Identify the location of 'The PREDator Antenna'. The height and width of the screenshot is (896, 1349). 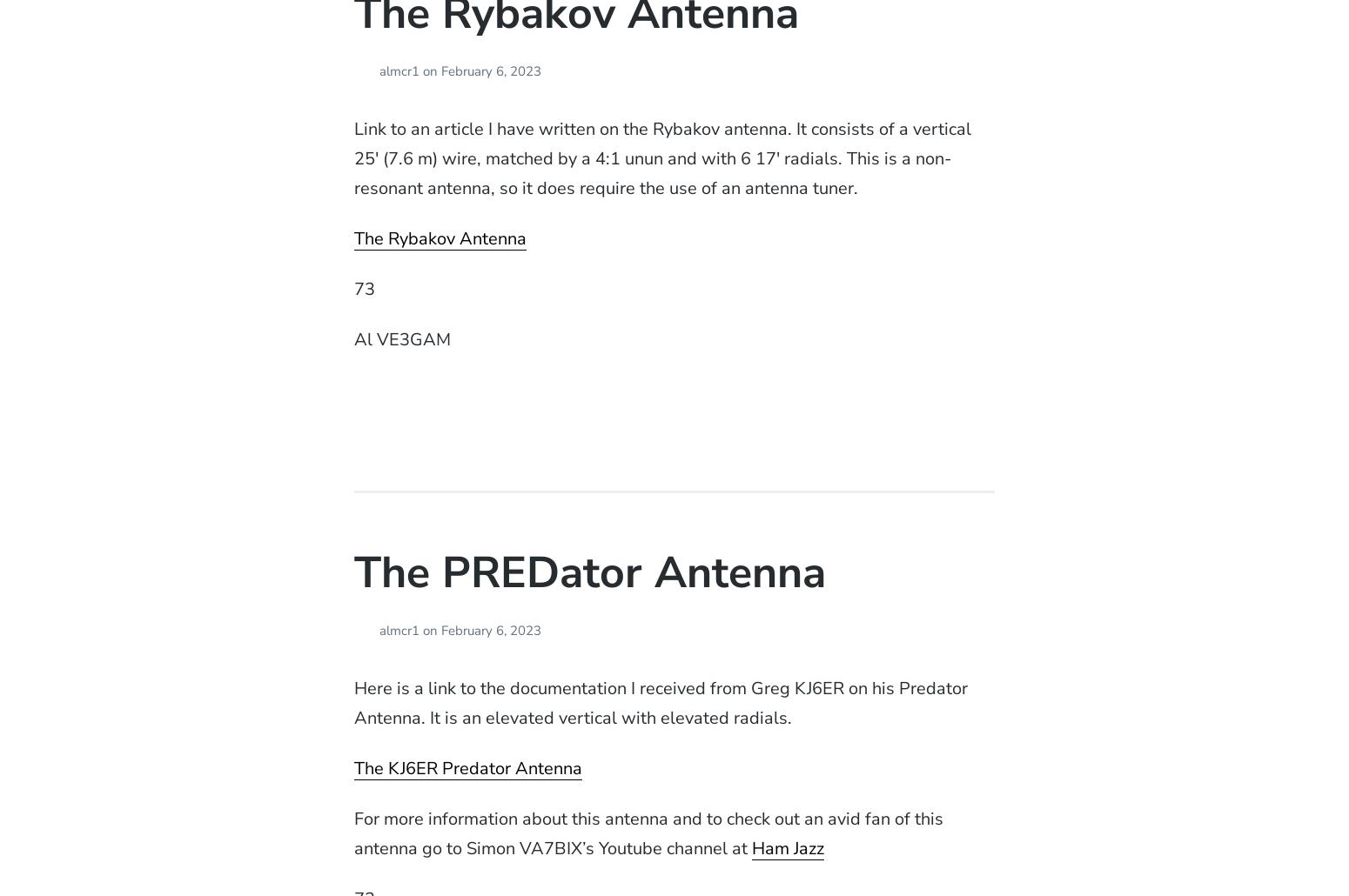
(588, 571).